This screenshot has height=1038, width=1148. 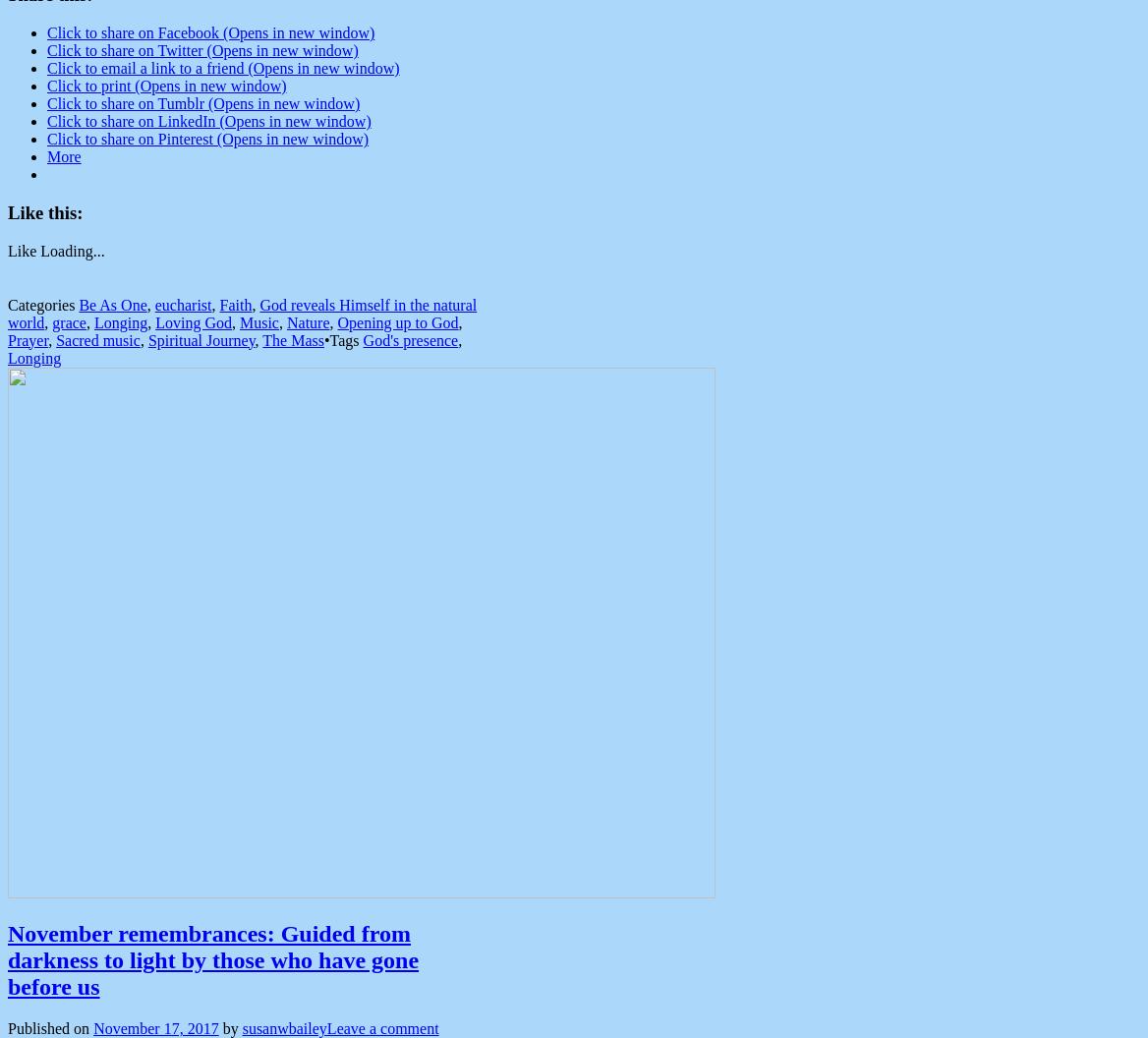 What do you see at coordinates (396, 321) in the screenshot?
I see `'Opening up to God'` at bounding box center [396, 321].